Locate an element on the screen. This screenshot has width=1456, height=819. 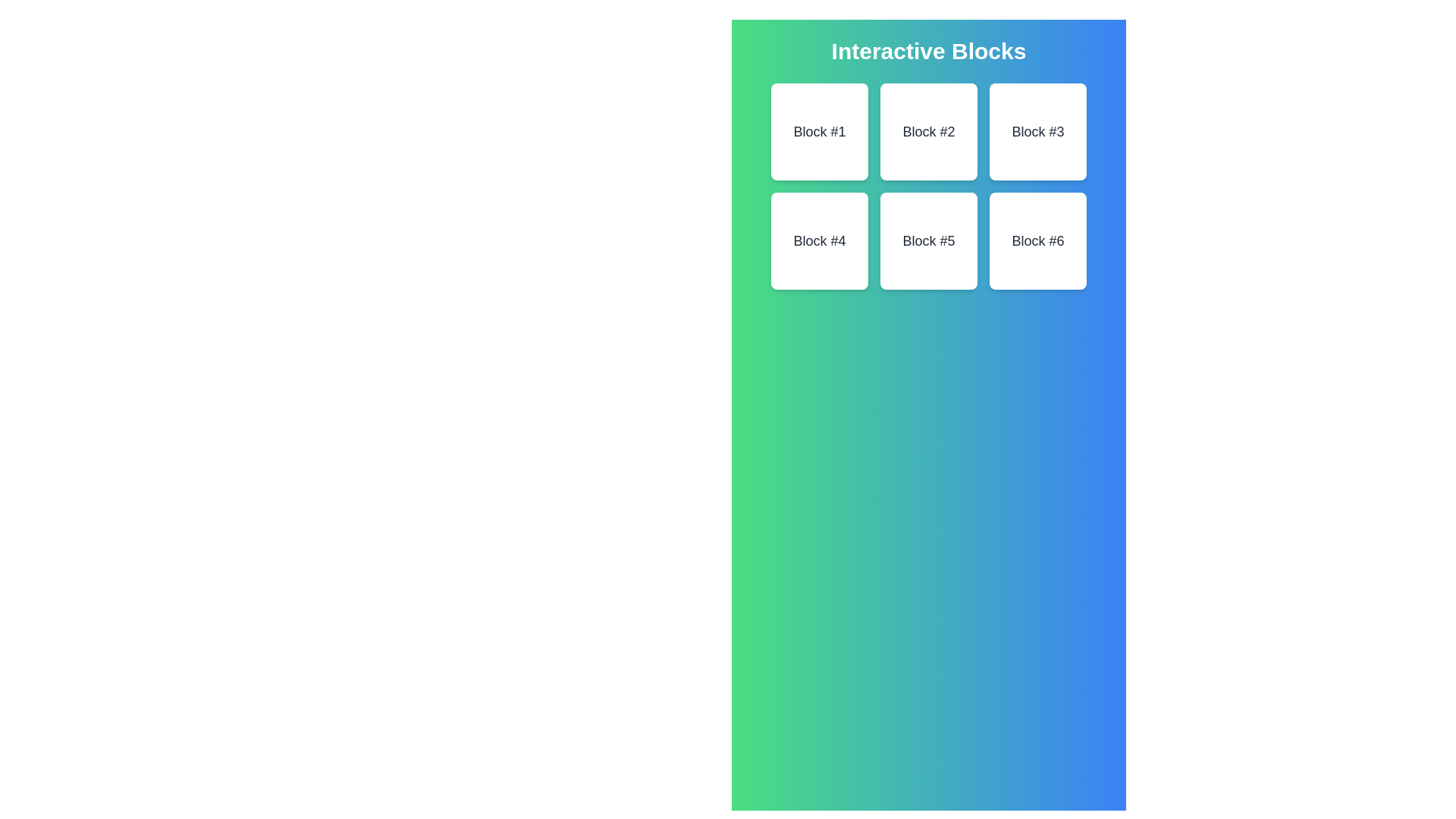
static text label that displays 'Block #2', which is centered within a white block with rounded corners and a subtle shadow is located at coordinates (927, 130).